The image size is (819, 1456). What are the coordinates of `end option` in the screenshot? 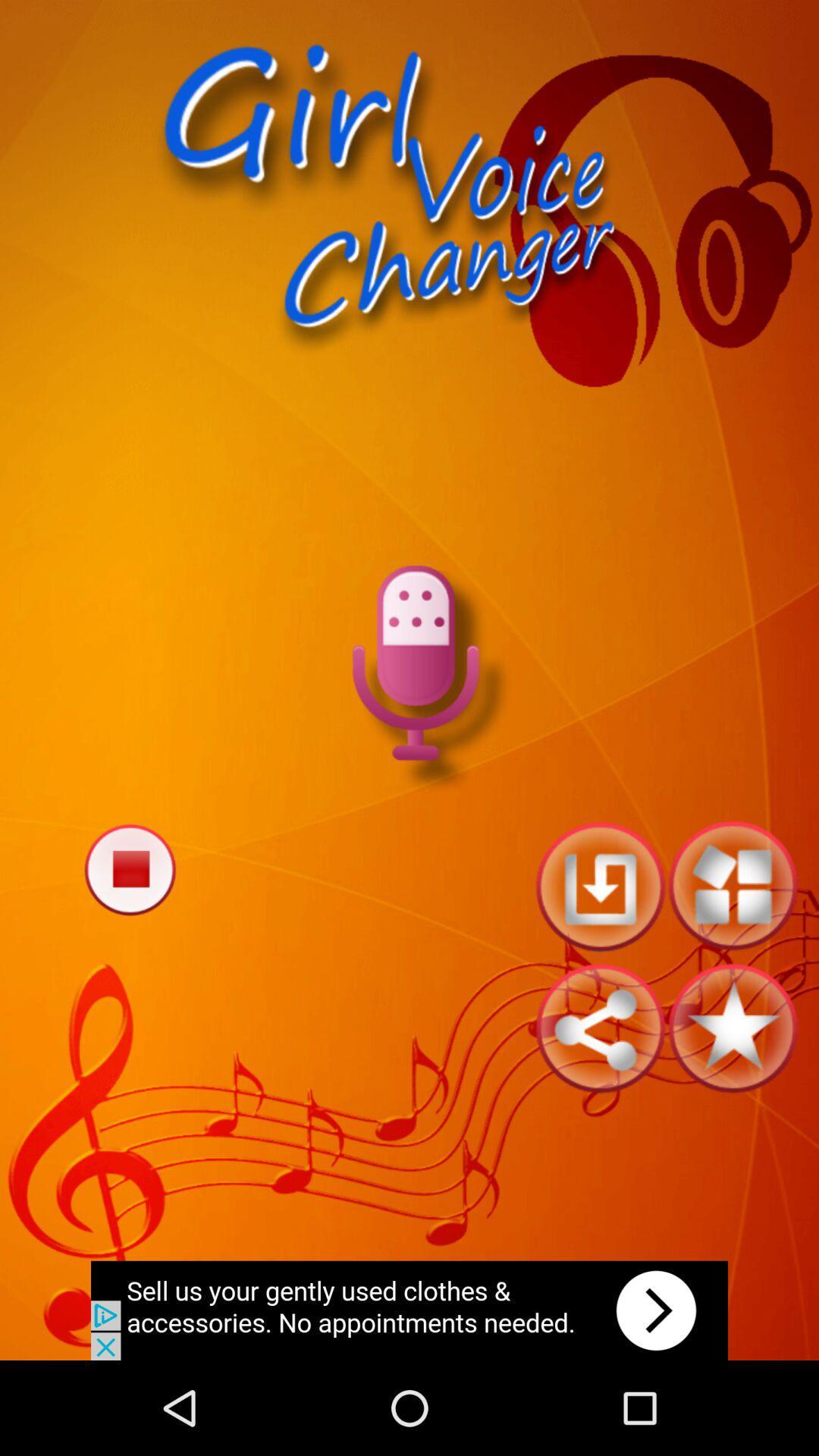 It's located at (129, 869).